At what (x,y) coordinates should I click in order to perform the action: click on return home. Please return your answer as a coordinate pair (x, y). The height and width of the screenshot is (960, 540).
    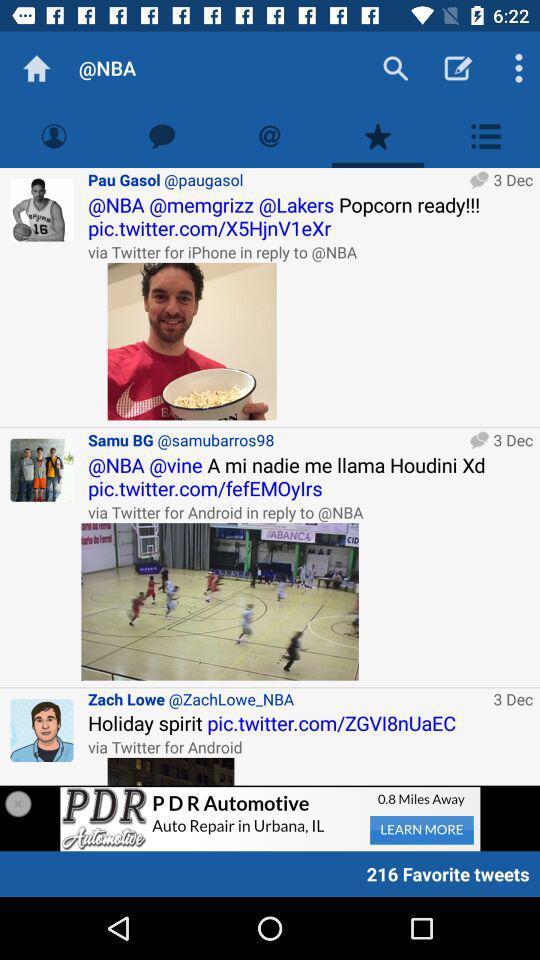
    Looking at the image, I should click on (36, 68).